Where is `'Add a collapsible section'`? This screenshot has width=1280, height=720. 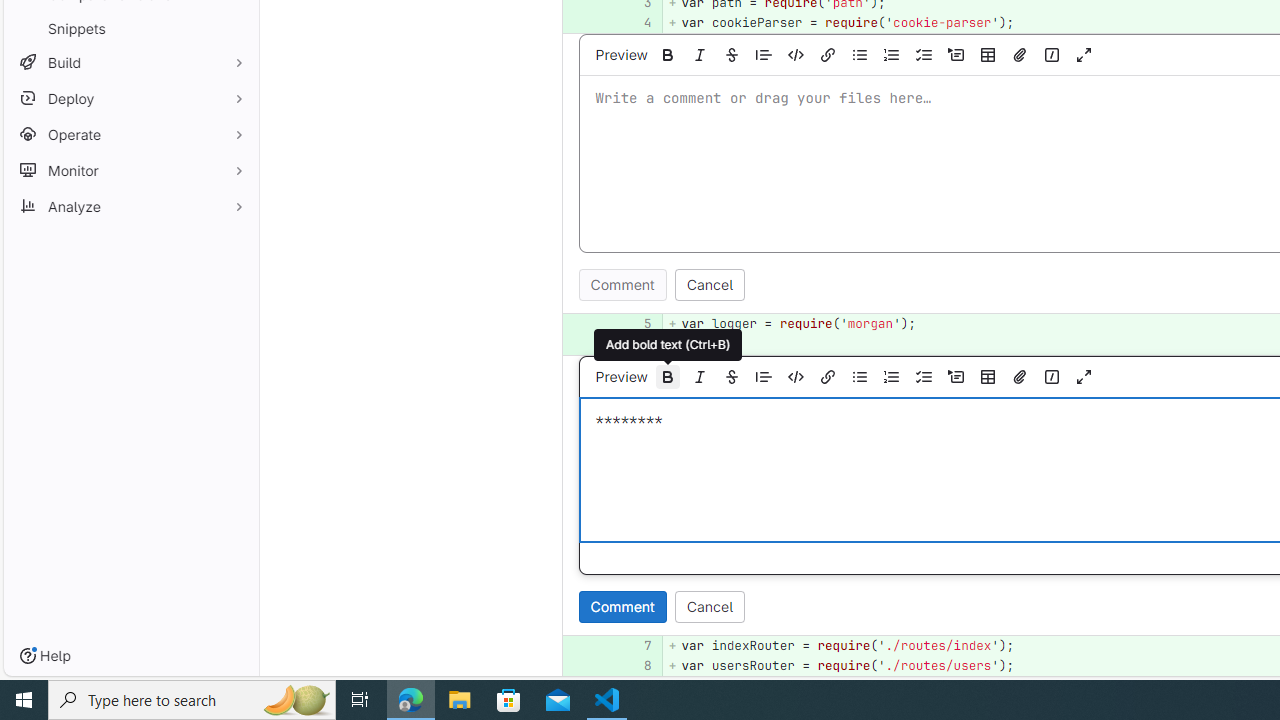 'Add a collapsible section' is located at coordinates (955, 376).